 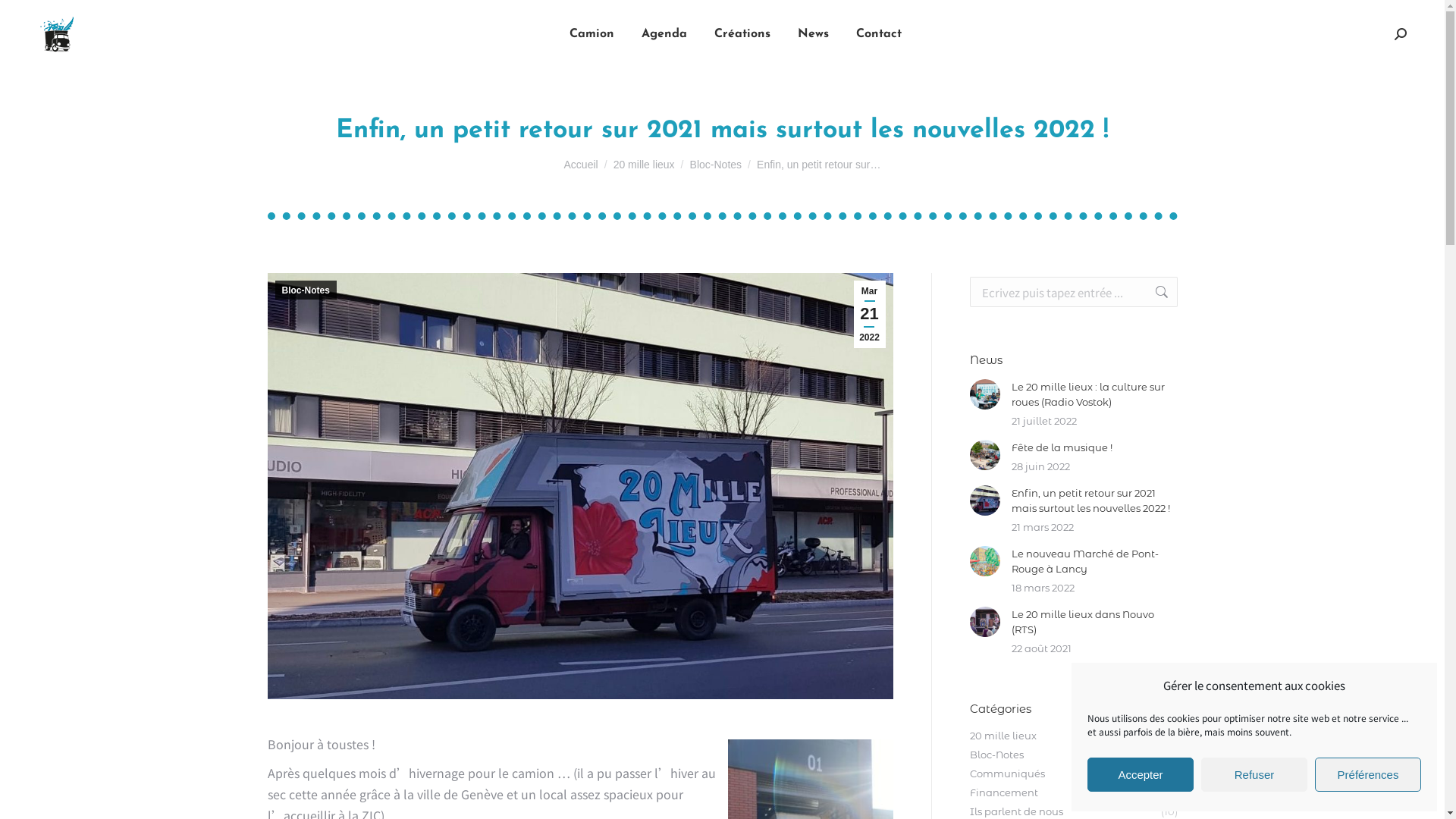 What do you see at coordinates (870, 313) in the screenshot?
I see `'Mar` at bounding box center [870, 313].